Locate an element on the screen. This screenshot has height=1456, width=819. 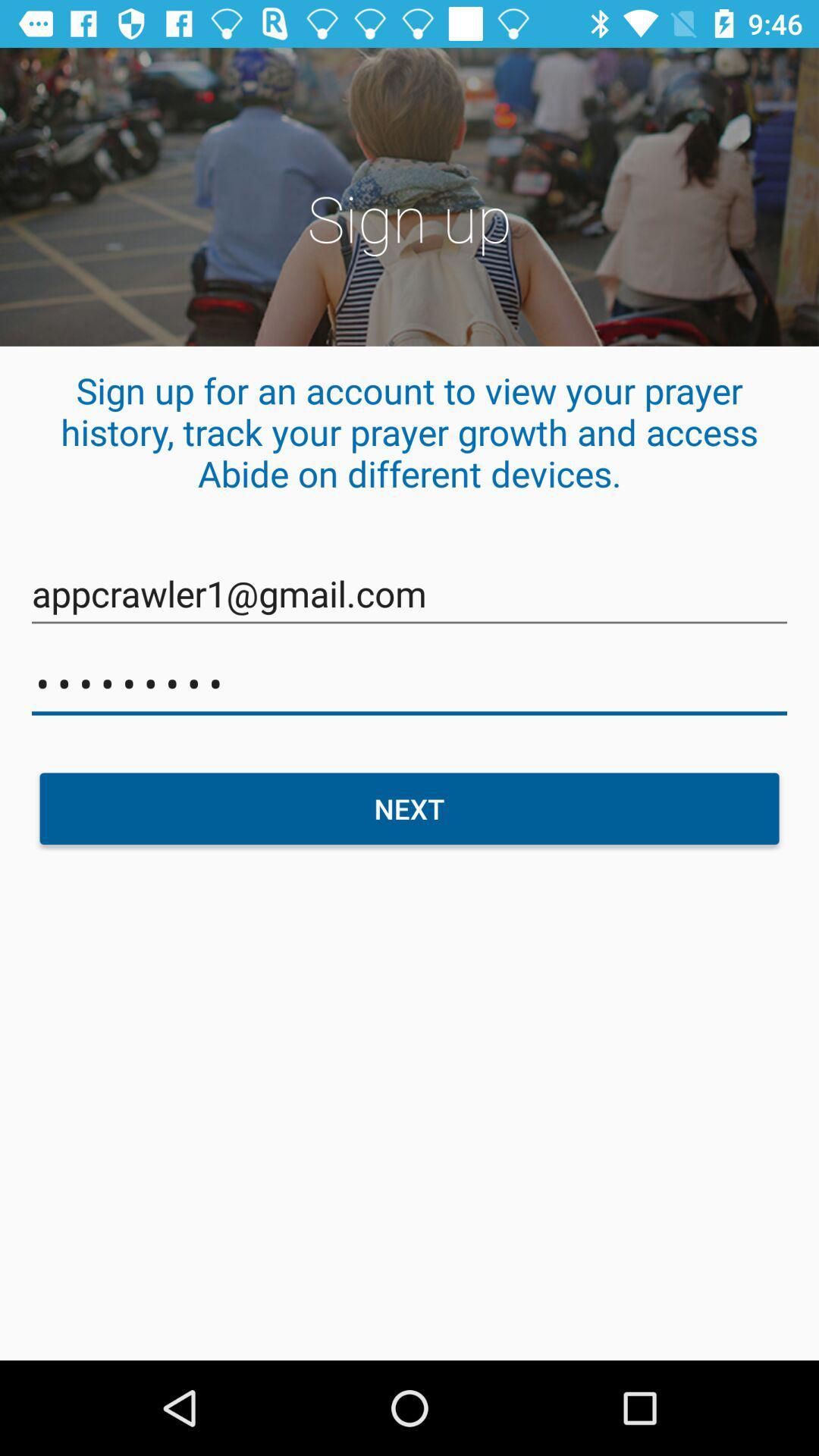
crowd3116 icon is located at coordinates (409, 683).